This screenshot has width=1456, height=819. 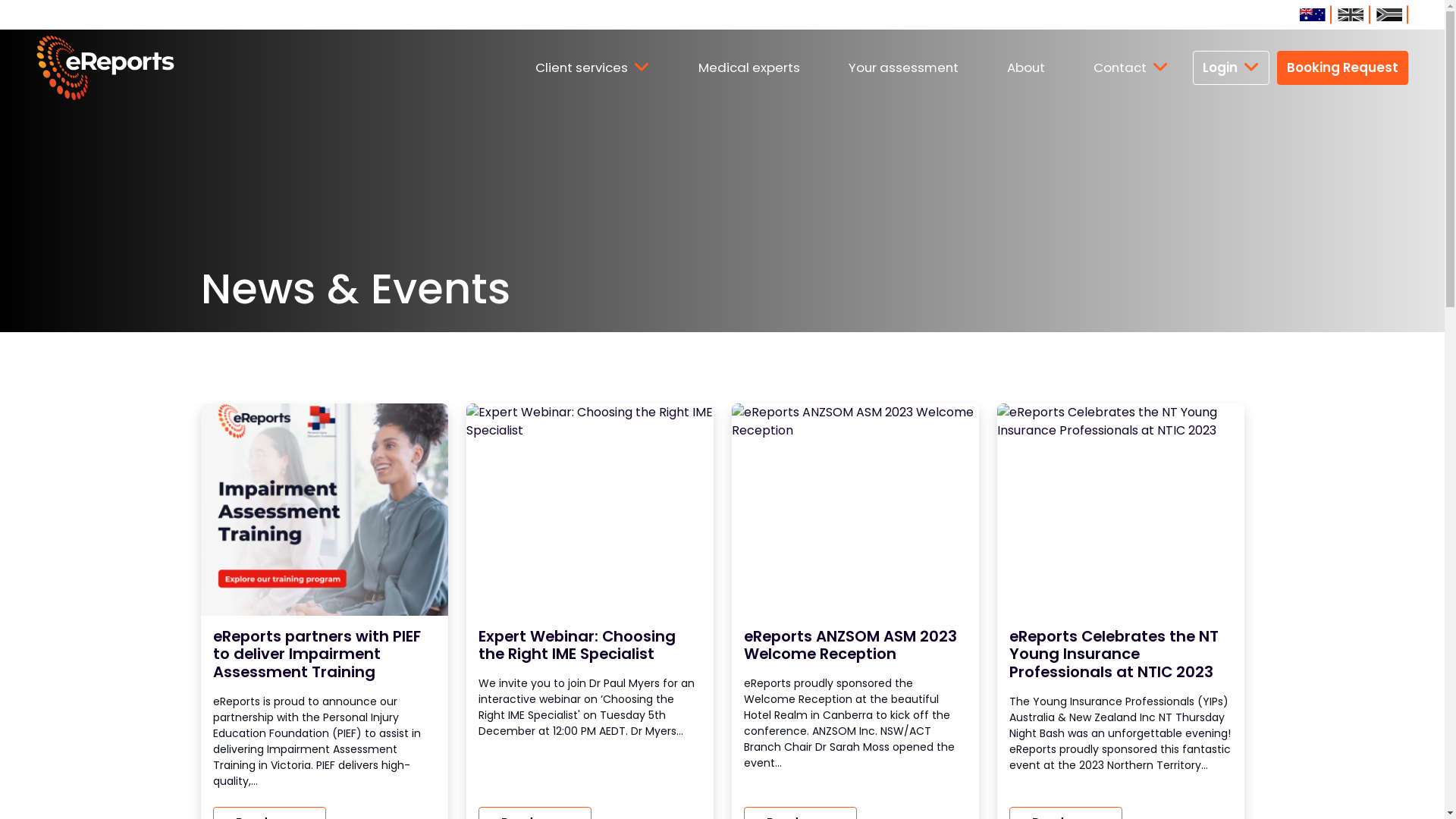 What do you see at coordinates (983, 67) in the screenshot?
I see `'About'` at bounding box center [983, 67].